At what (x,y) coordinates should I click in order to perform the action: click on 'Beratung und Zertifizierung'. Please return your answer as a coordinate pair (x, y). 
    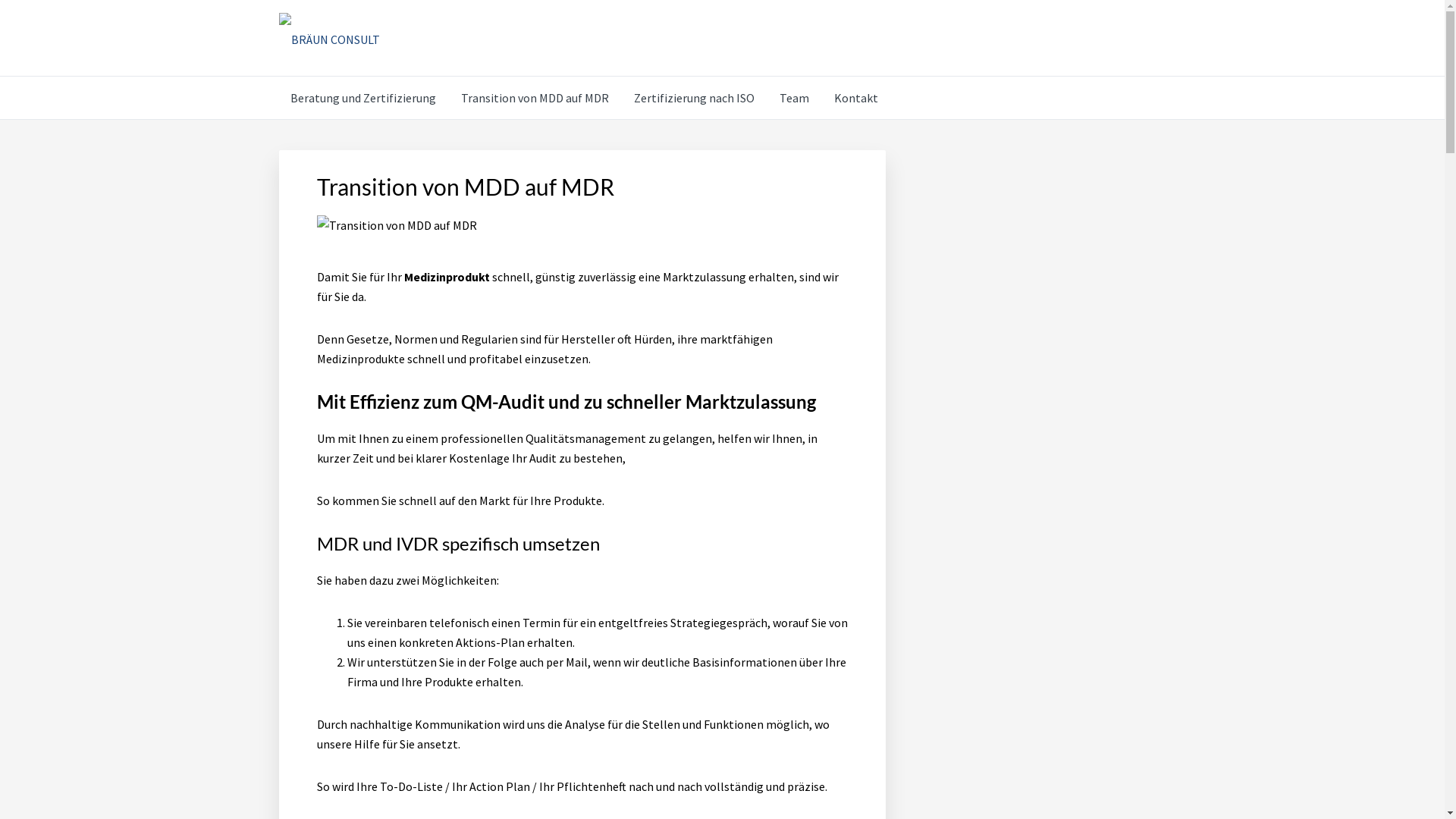
    Looking at the image, I should click on (362, 97).